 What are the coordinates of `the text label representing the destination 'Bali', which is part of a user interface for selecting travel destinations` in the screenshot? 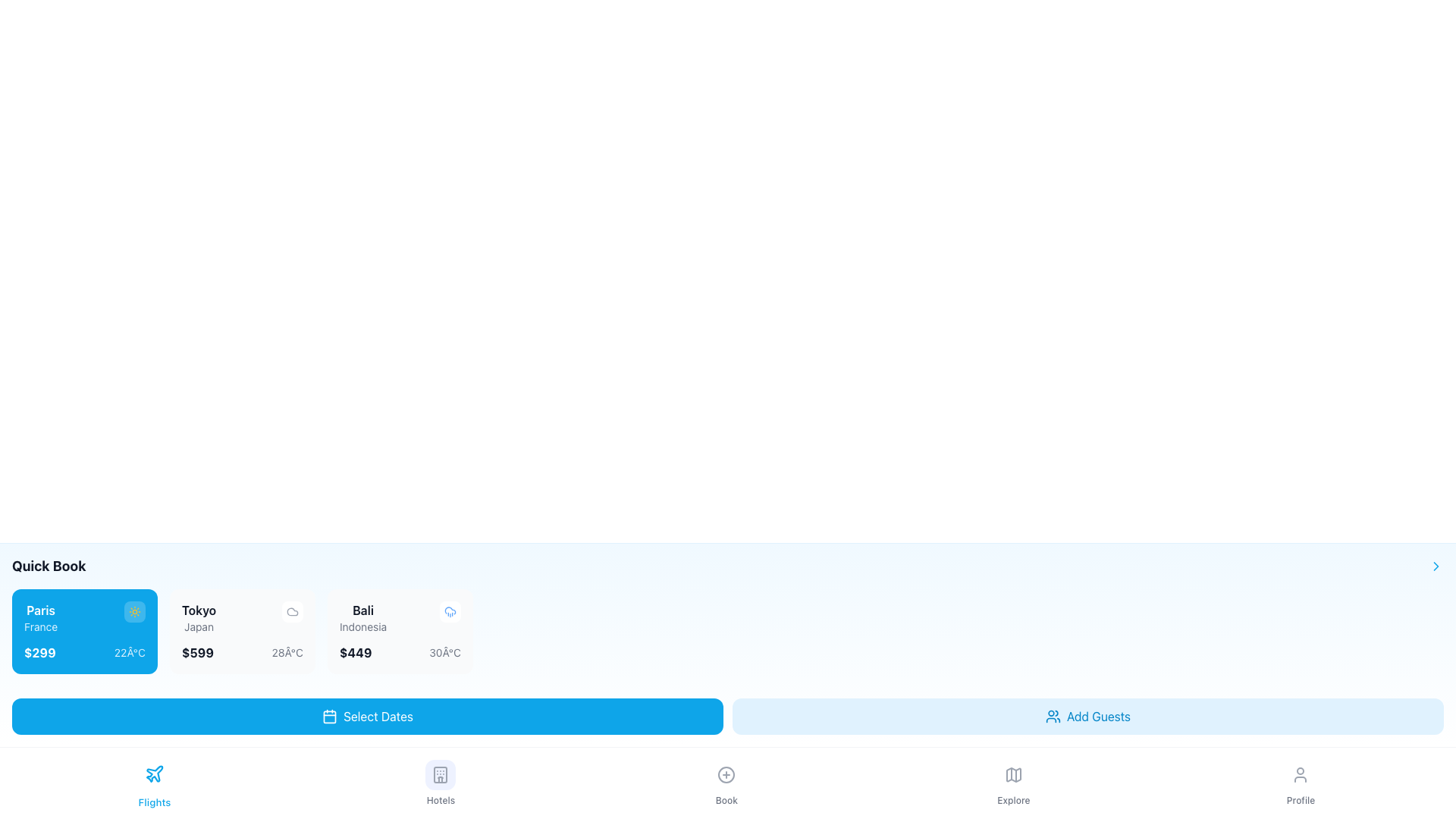 It's located at (362, 610).